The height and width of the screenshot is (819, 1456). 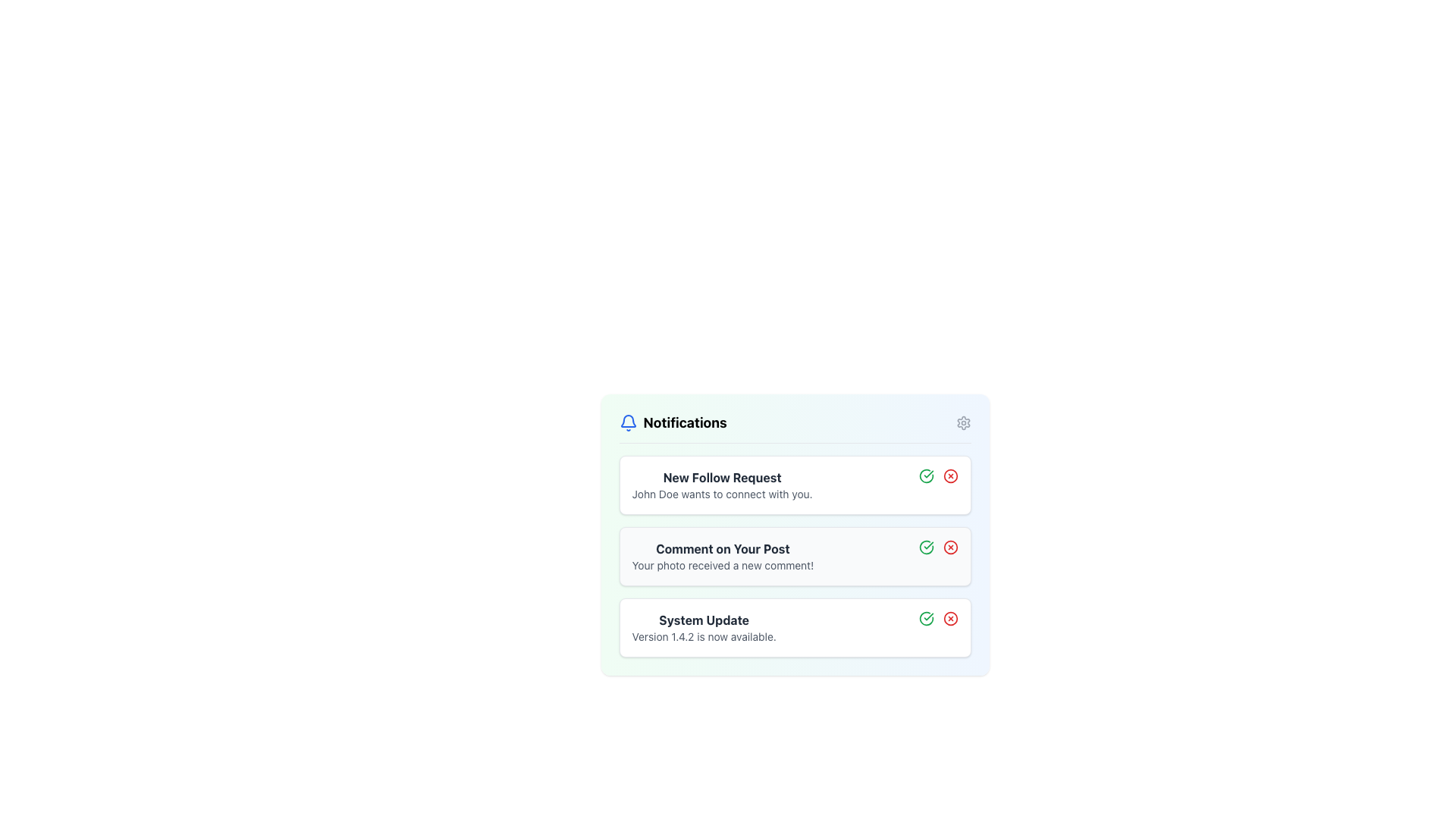 What do you see at coordinates (962, 423) in the screenshot?
I see `the gear/settings icon located at the upper right corner of the notification panel` at bounding box center [962, 423].